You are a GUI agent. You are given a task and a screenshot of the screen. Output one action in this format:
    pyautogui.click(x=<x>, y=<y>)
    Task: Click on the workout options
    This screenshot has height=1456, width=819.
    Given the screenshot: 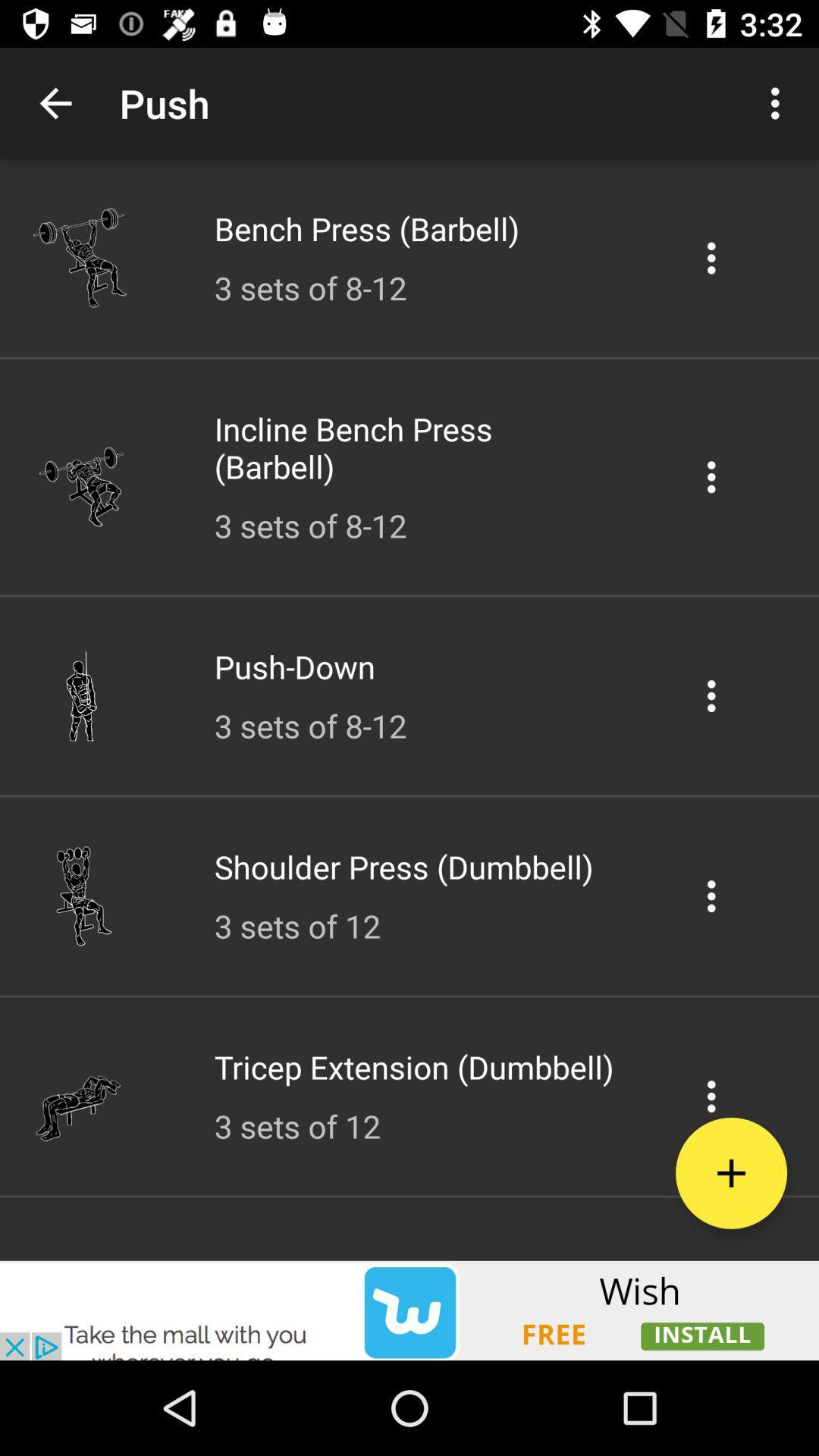 What is the action you would take?
    pyautogui.click(x=711, y=258)
    